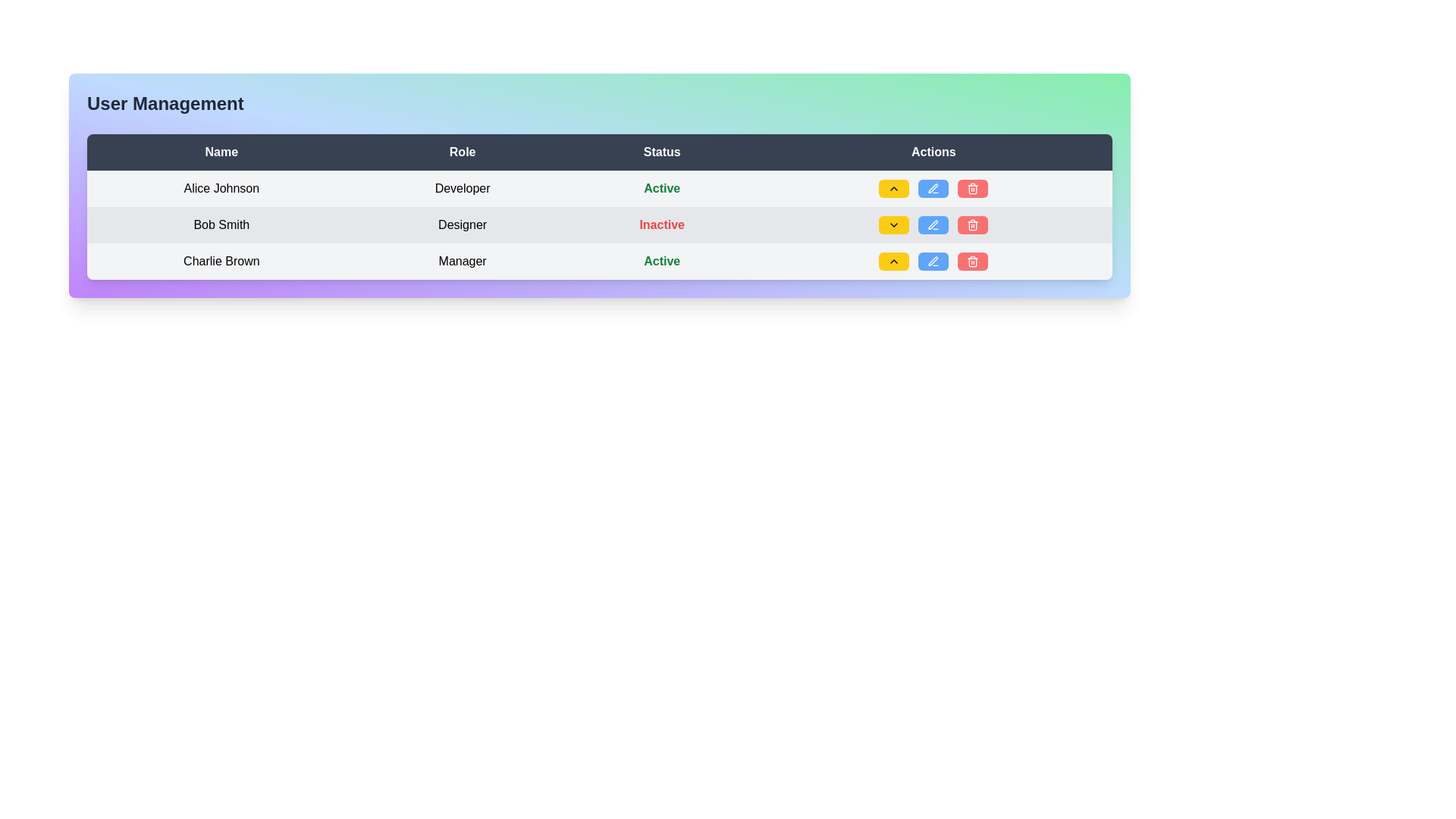  What do you see at coordinates (933, 260) in the screenshot?
I see `the 'edit' icon in the Actions column for user 'Charlie Brown'` at bounding box center [933, 260].